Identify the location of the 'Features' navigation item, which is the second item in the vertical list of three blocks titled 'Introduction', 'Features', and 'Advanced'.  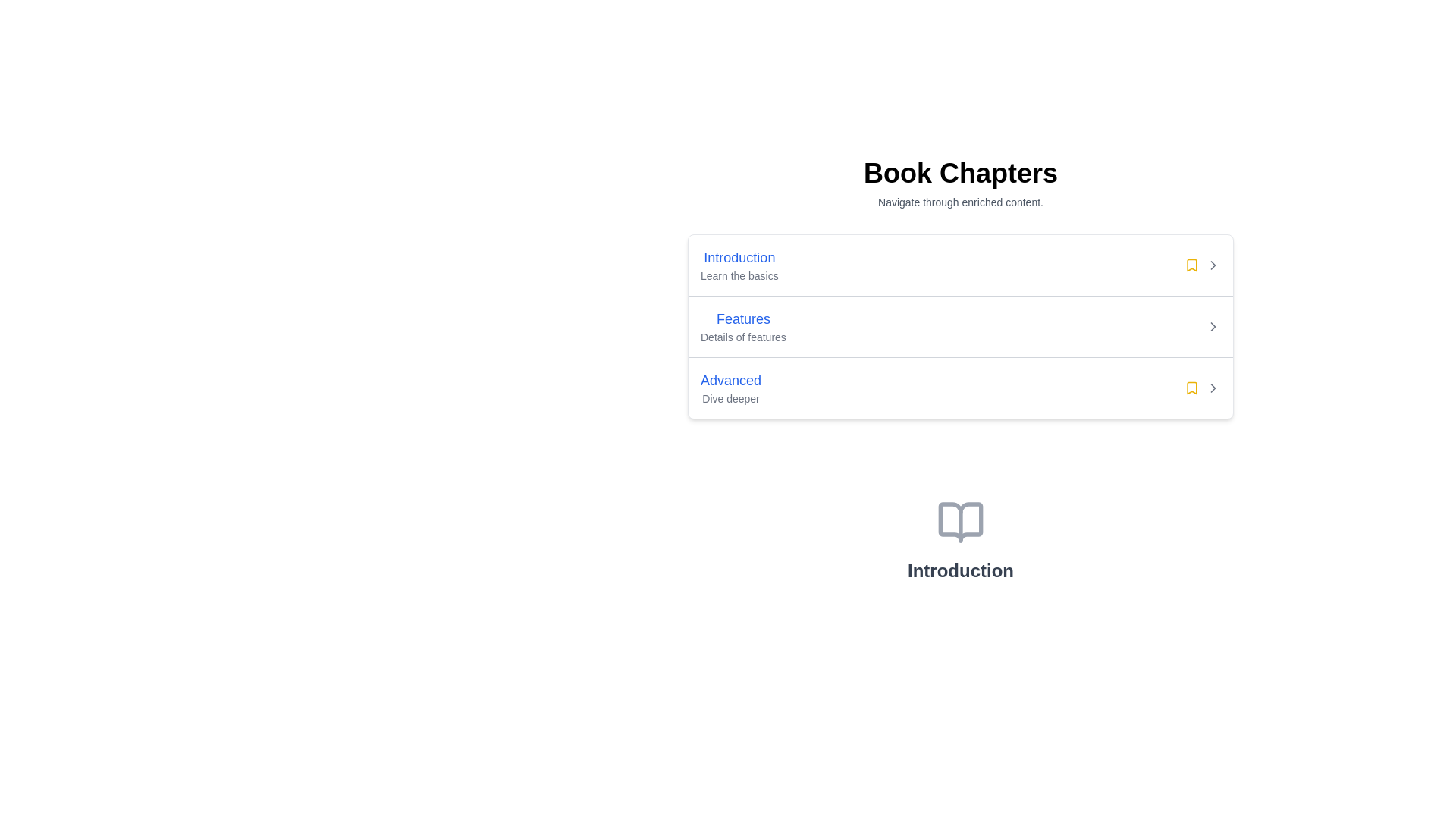
(960, 325).